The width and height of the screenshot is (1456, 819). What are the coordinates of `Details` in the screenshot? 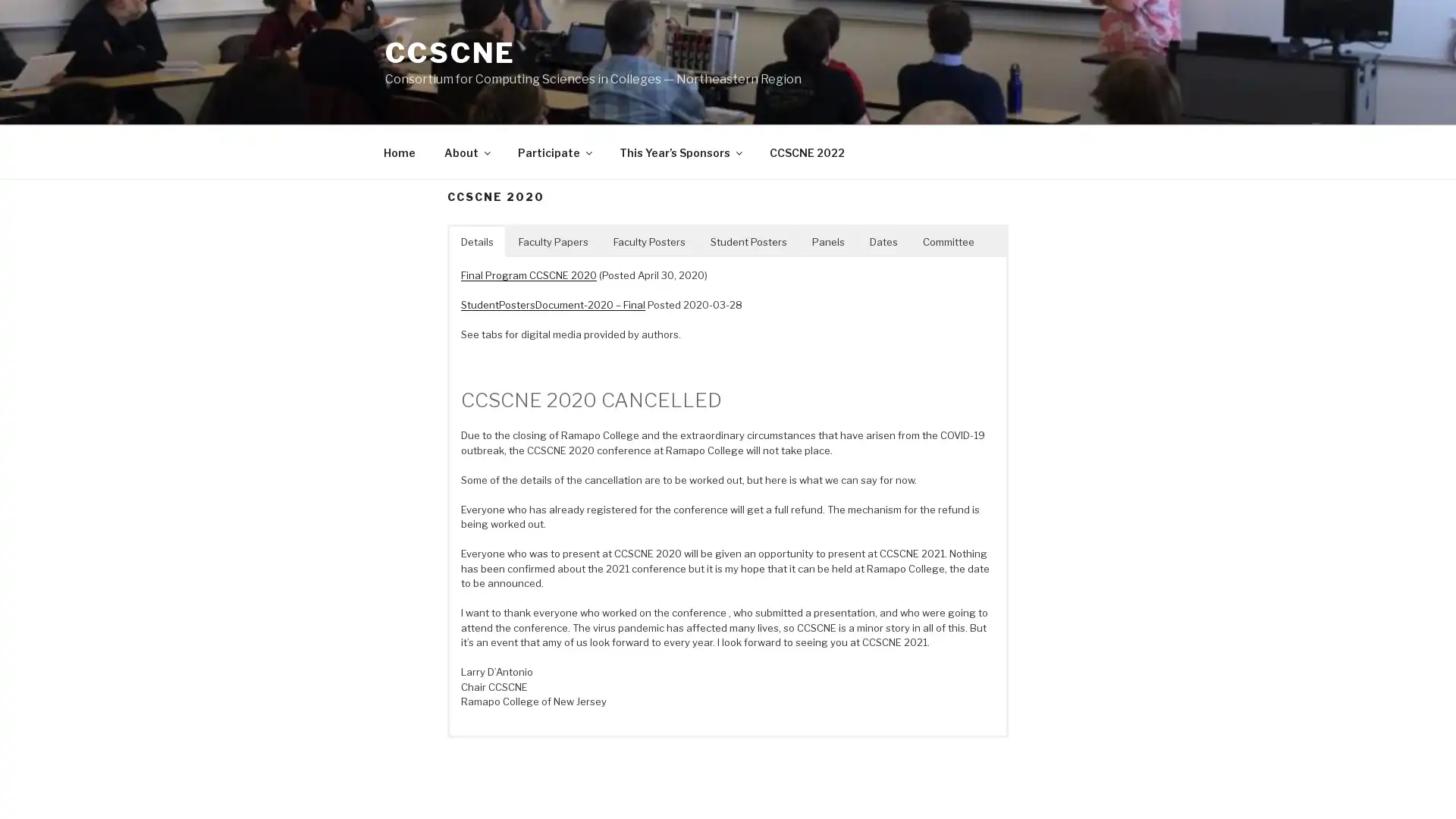 It's located at (476, 240).